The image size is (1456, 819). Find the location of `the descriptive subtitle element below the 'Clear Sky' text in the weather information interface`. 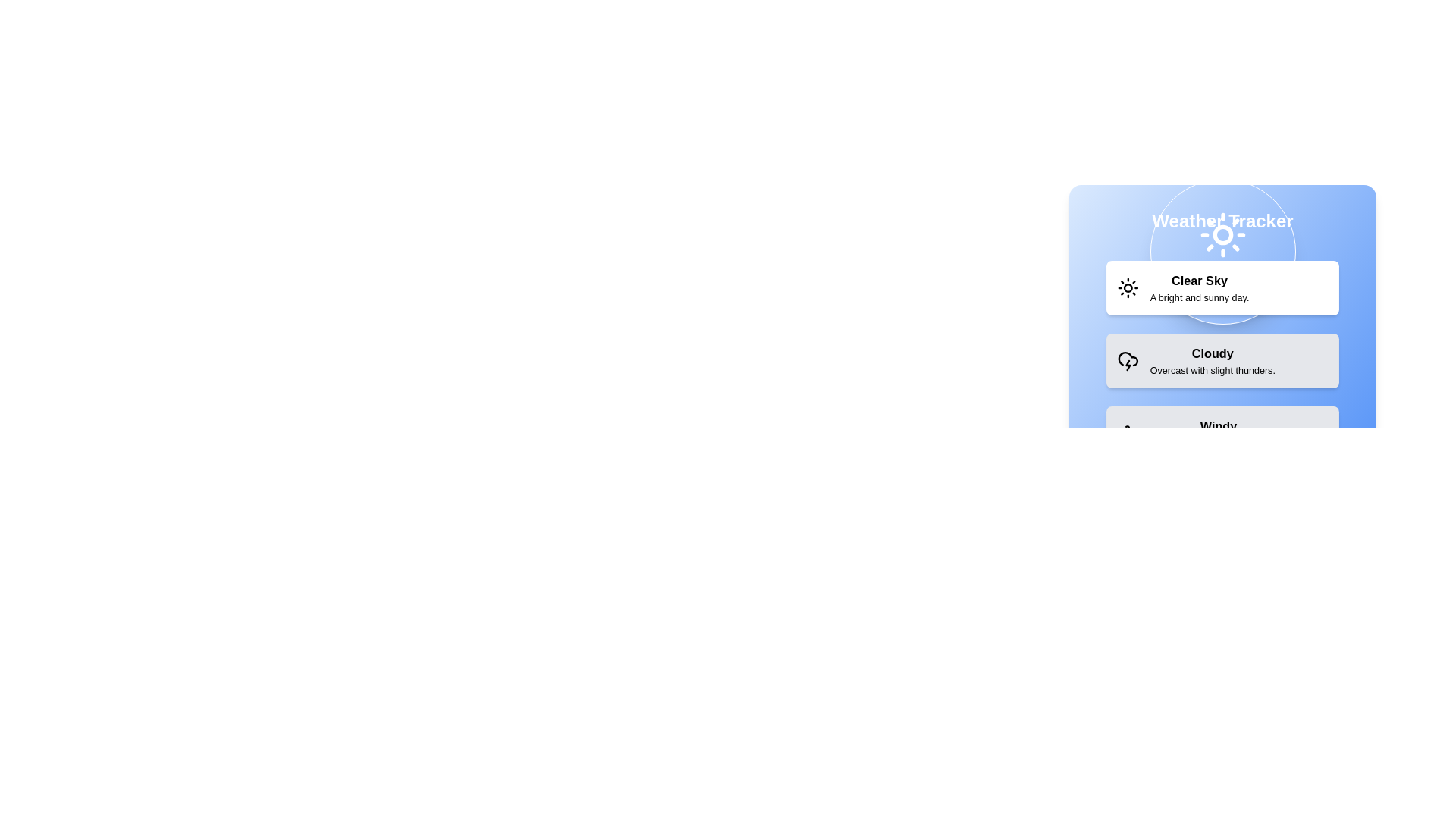

the descriptive subtitle element below the 'Clear Sky' text in the weather information interface is located at coordinates (1199, 297).